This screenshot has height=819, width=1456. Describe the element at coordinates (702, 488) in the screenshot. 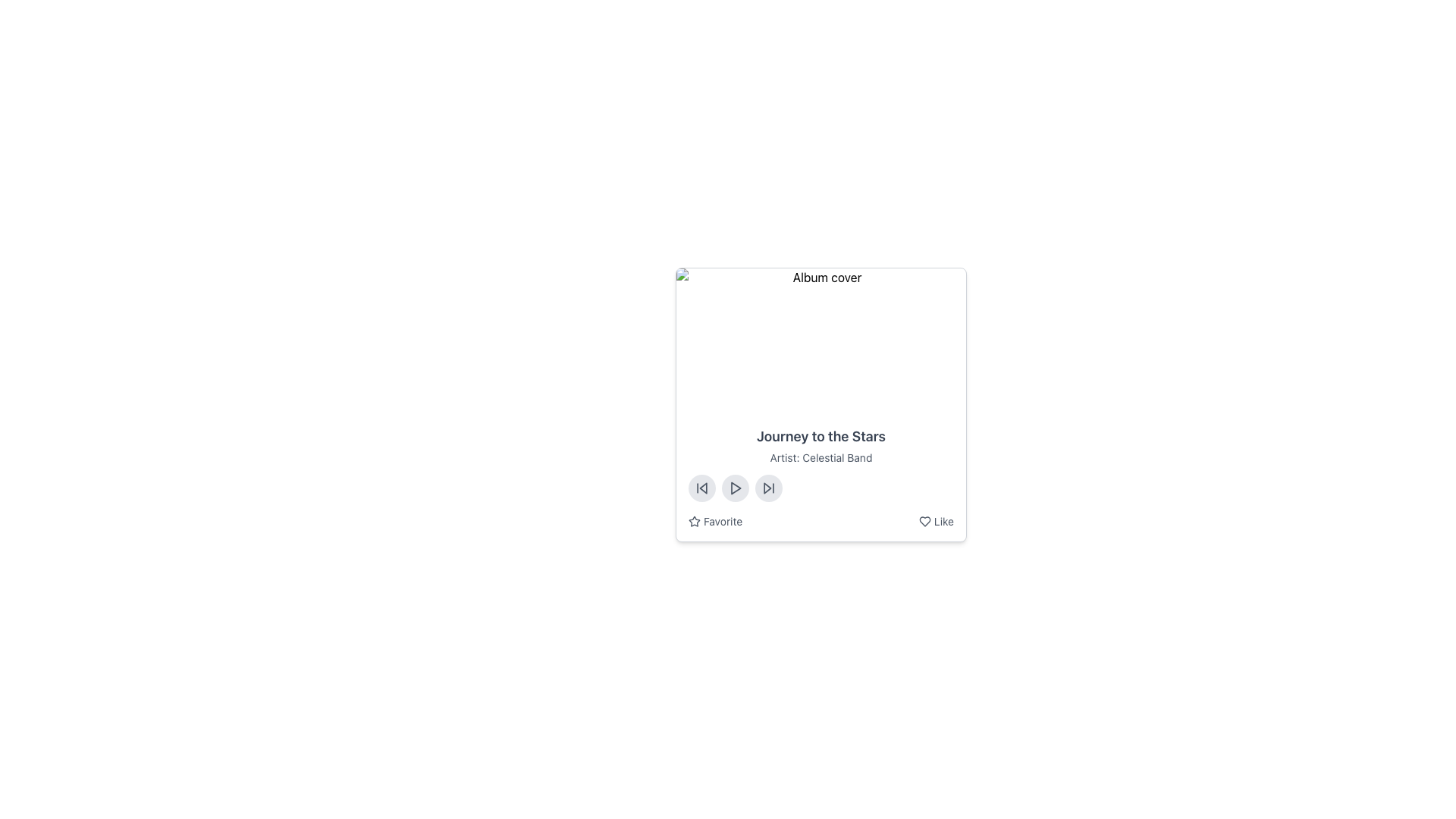

I see `the triangular shape of the backward navigation icon located in the audio control section at the bottom left corner of the interface` at that location.